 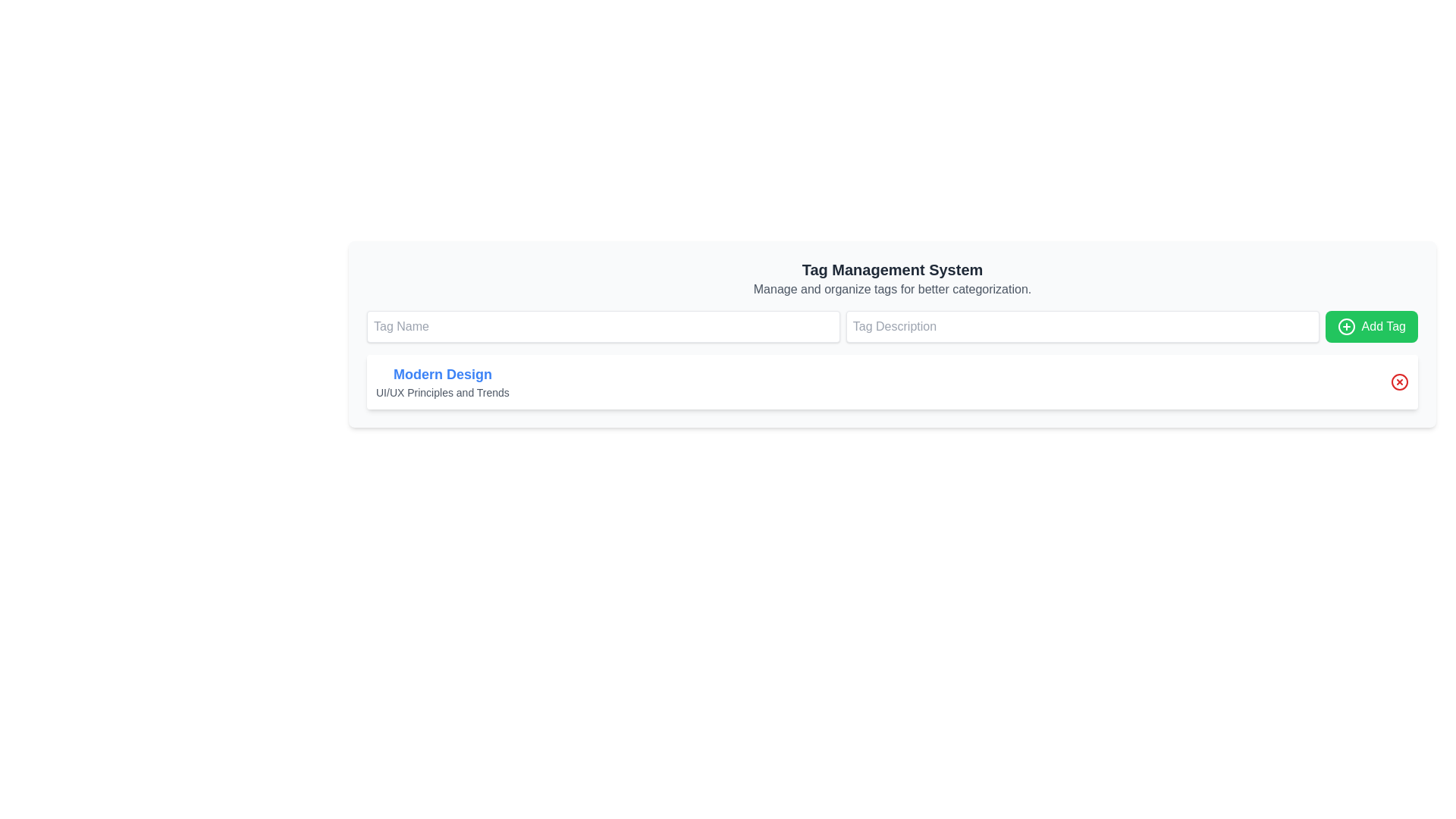 I want to click on the text label that serves as a title for 'Modern Design', which is located in the center of the UI layout below the 'Tag Name' input field, so click(x=441, y=374).